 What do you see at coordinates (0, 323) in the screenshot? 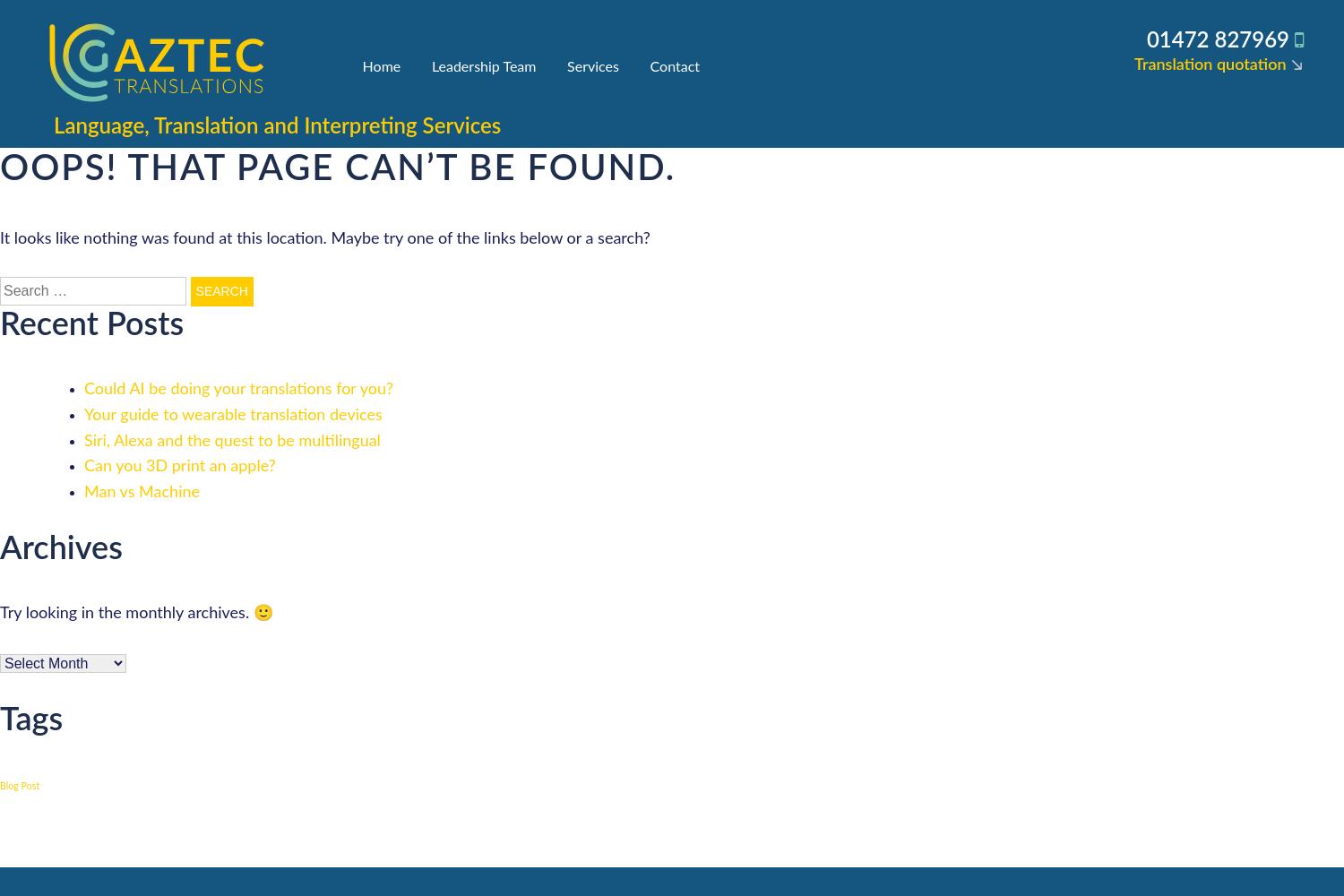
I see `'Recent Posts'` at bounding box center [0, 323].